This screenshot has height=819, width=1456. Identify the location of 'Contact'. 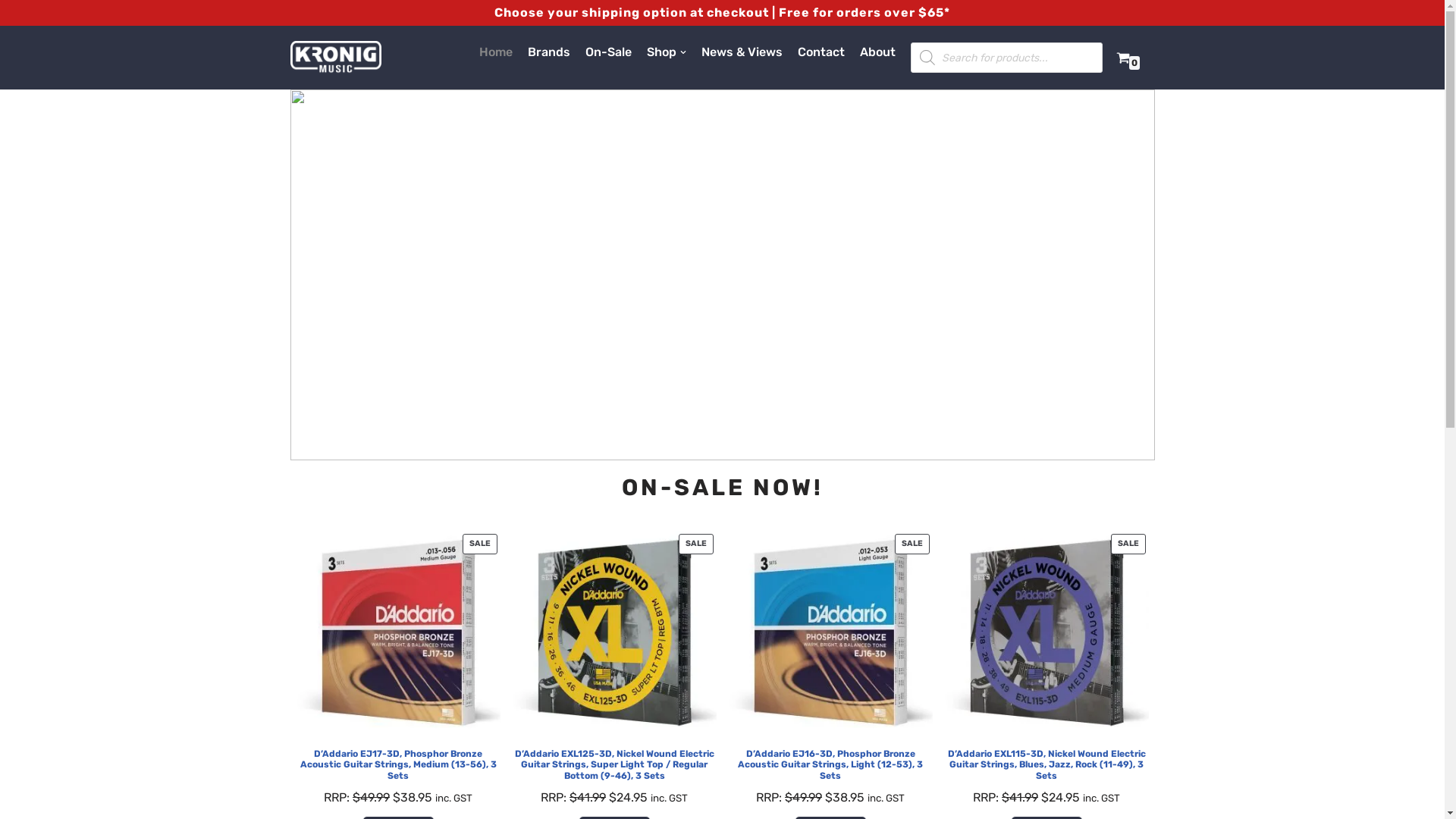
(821, 51).